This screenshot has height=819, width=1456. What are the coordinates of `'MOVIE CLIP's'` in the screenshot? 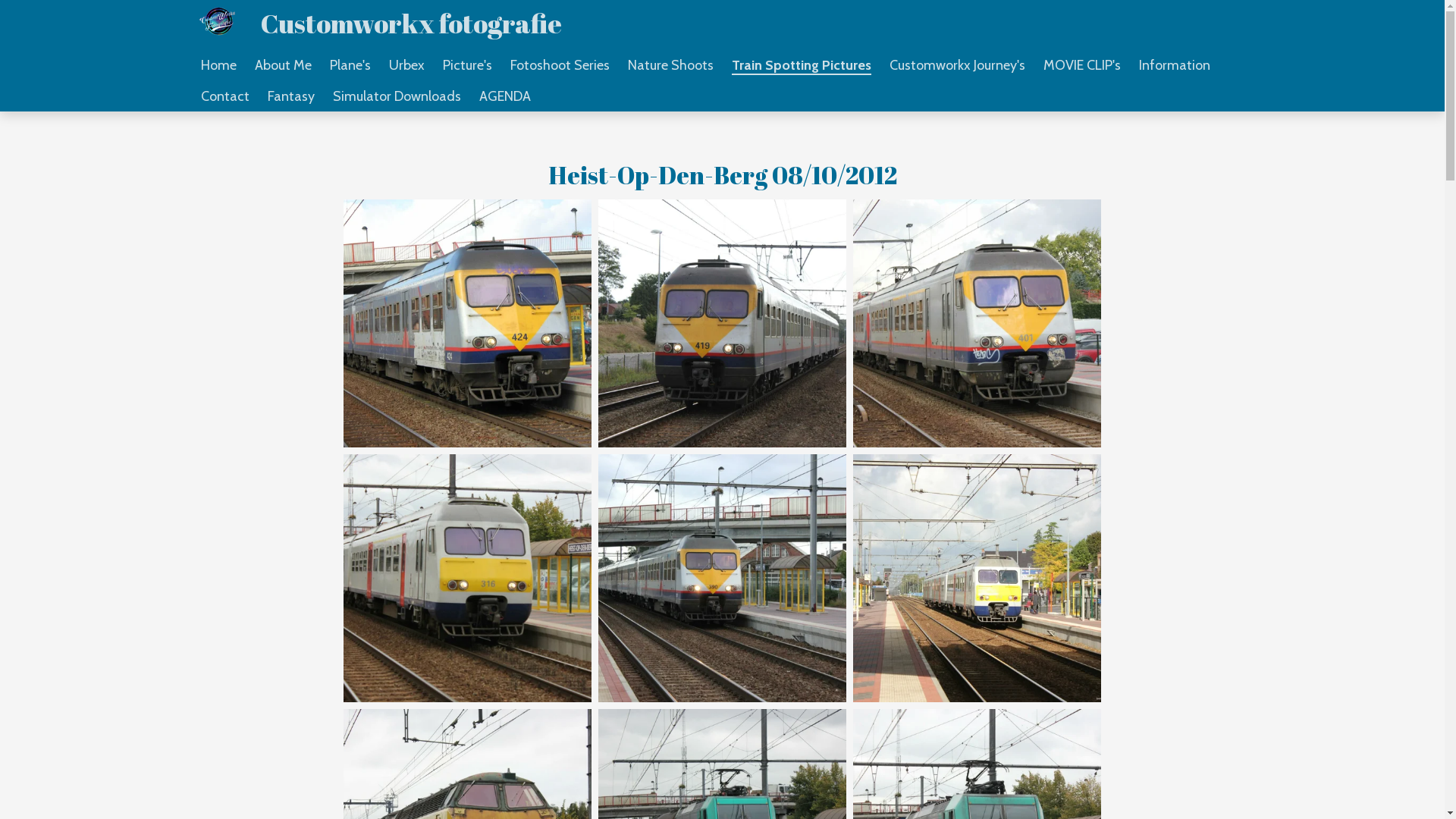 It's located at (1033, 64).